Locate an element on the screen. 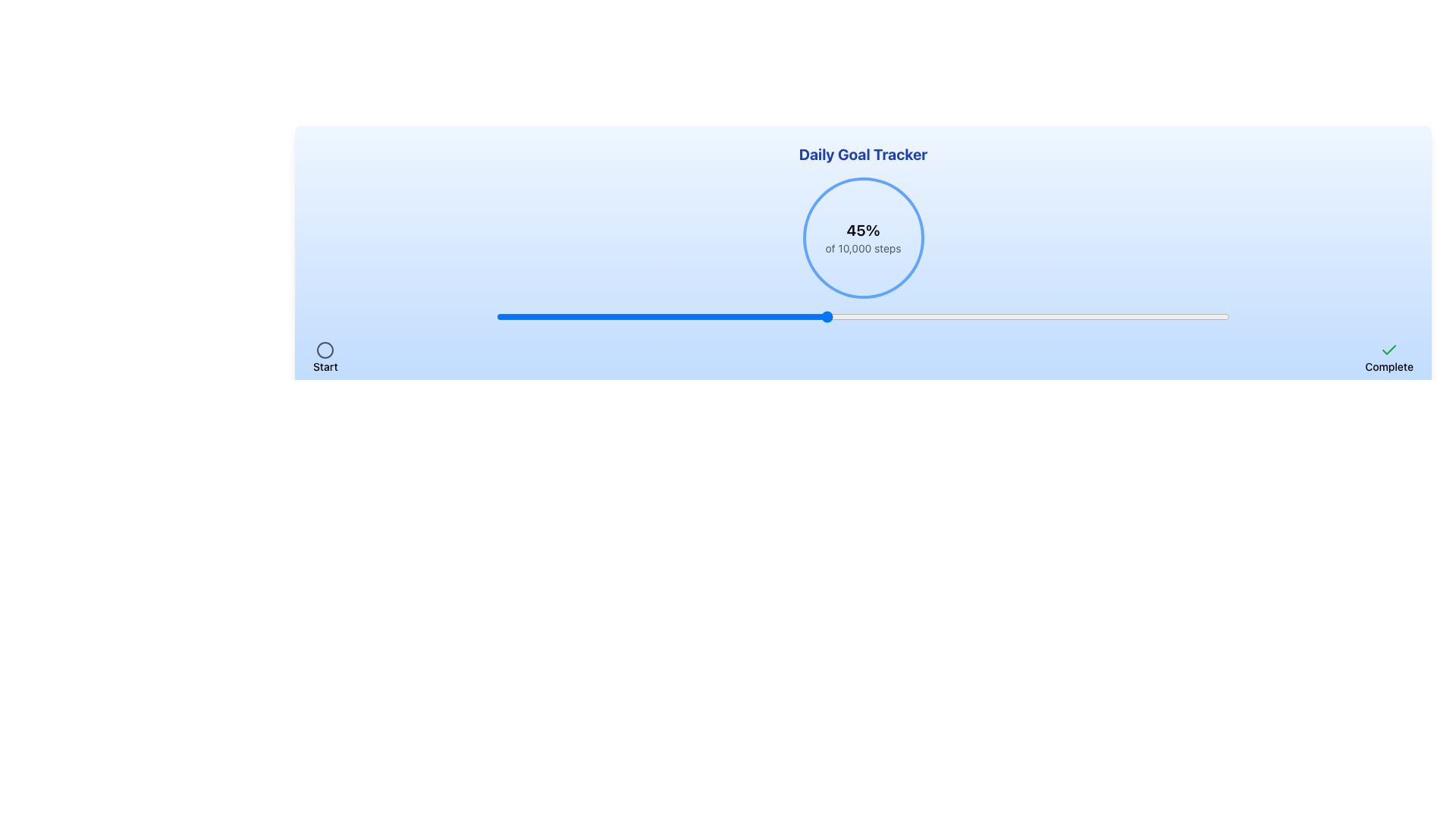  the green checkmark icon located in the 'Complete' section at the bottom right corner of the interface is located at coordinates (1389, 350).